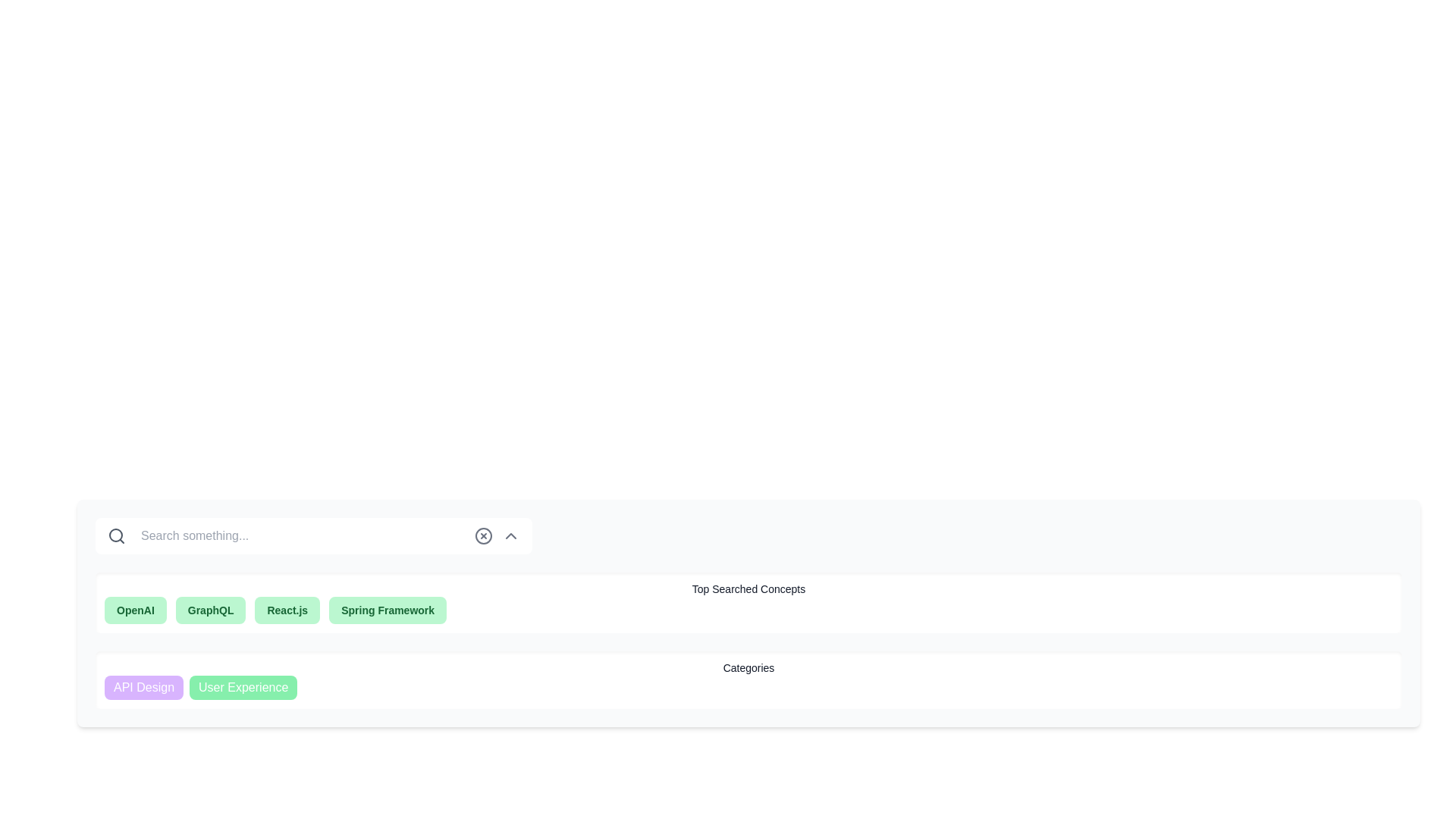 The height and width of the screenshot is (819, 1456). Describe the element at coordinates (388, 610) in the screenshot. I see `the fourth button labeled 'Spring Framework' with a green background in the 'Top Searched Concepts' section` at that location.